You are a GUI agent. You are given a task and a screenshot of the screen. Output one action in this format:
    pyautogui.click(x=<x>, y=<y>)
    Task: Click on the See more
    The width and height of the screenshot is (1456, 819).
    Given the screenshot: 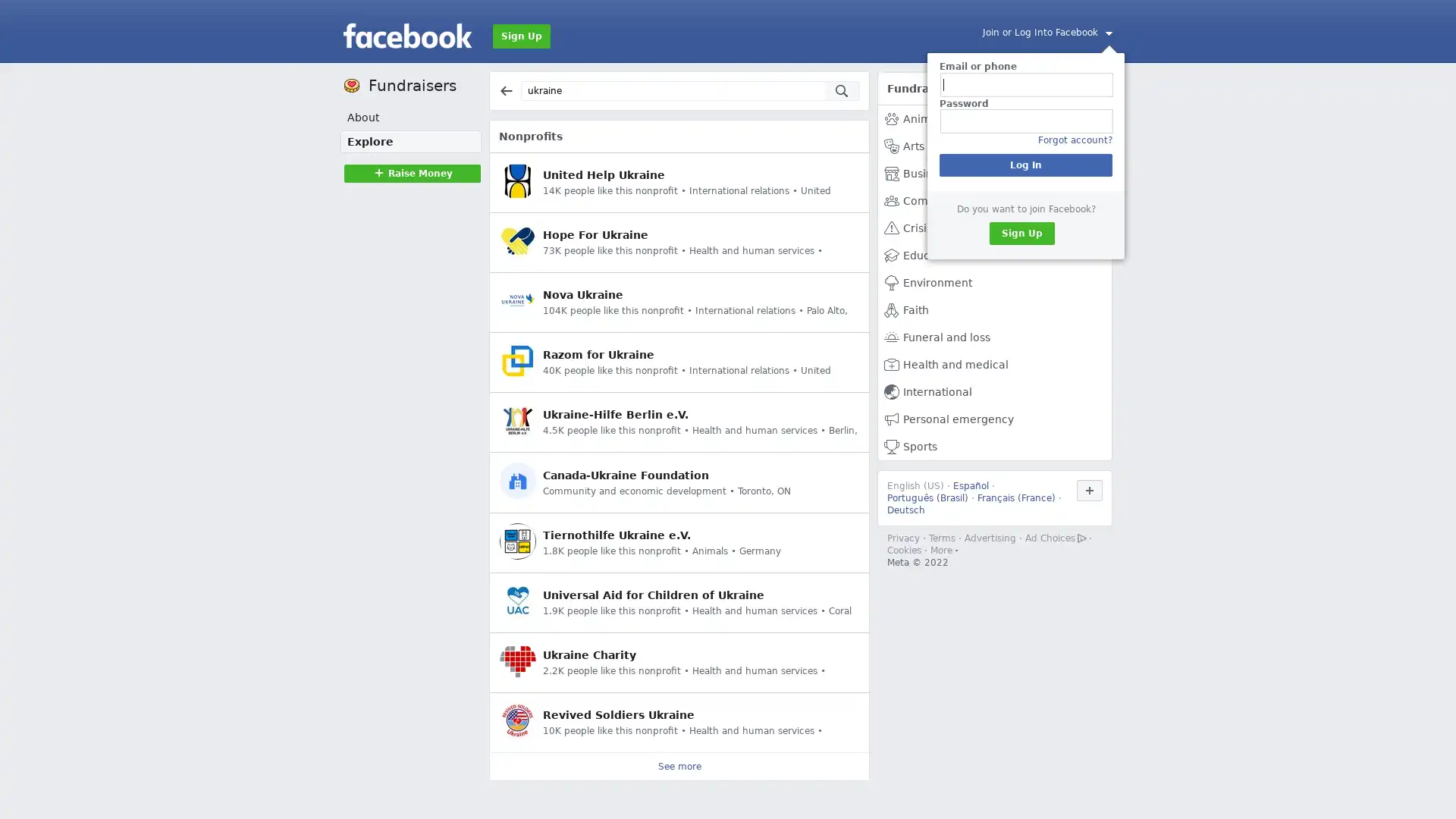 What is the action you would take?
    pyautogui.click(x=679, y=765)
    